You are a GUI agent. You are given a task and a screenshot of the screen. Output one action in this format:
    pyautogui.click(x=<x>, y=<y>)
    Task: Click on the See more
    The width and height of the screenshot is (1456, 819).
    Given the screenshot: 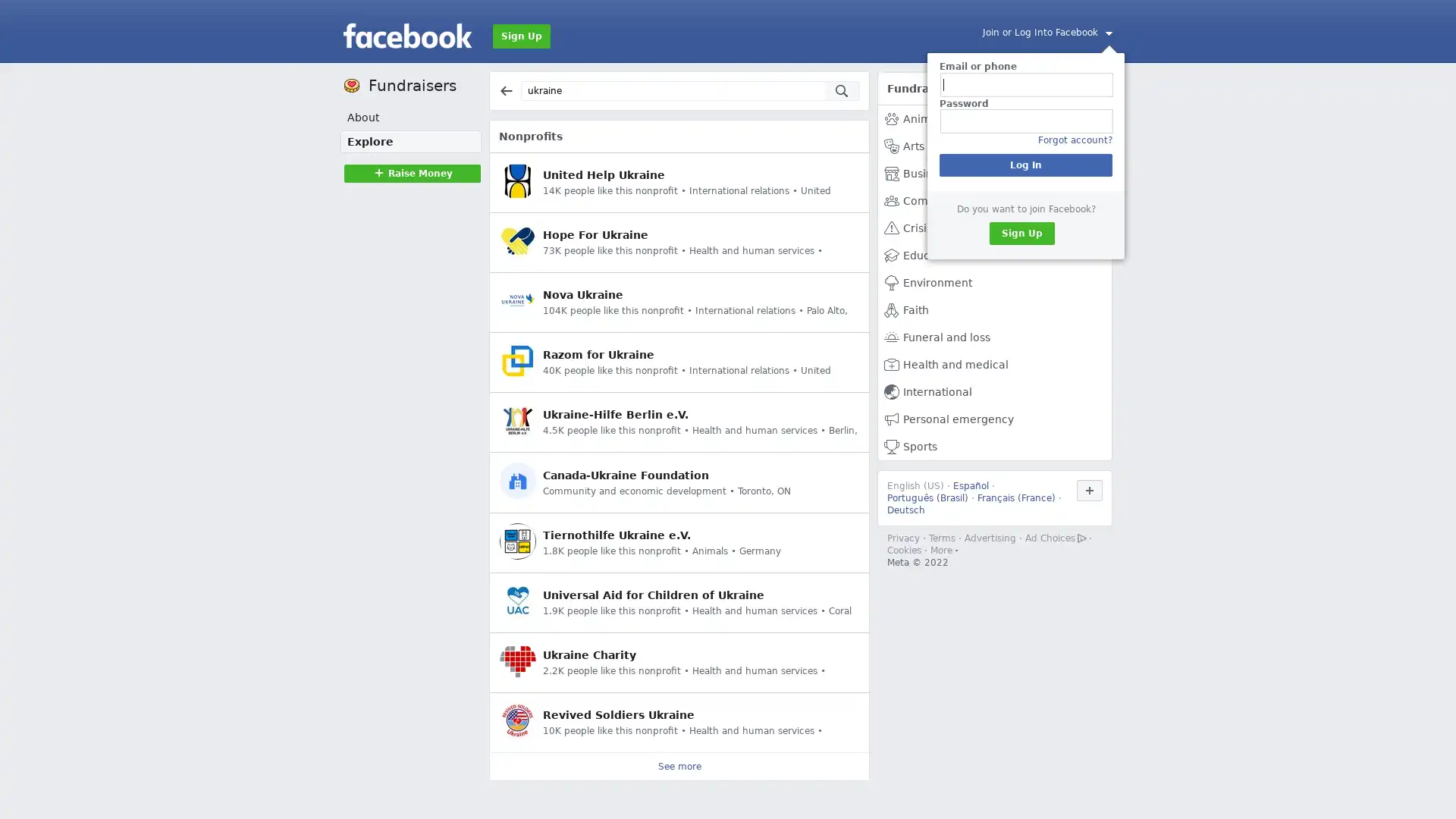 What is the action you would take?
    pyautogui.click(x=679, y=765)
    